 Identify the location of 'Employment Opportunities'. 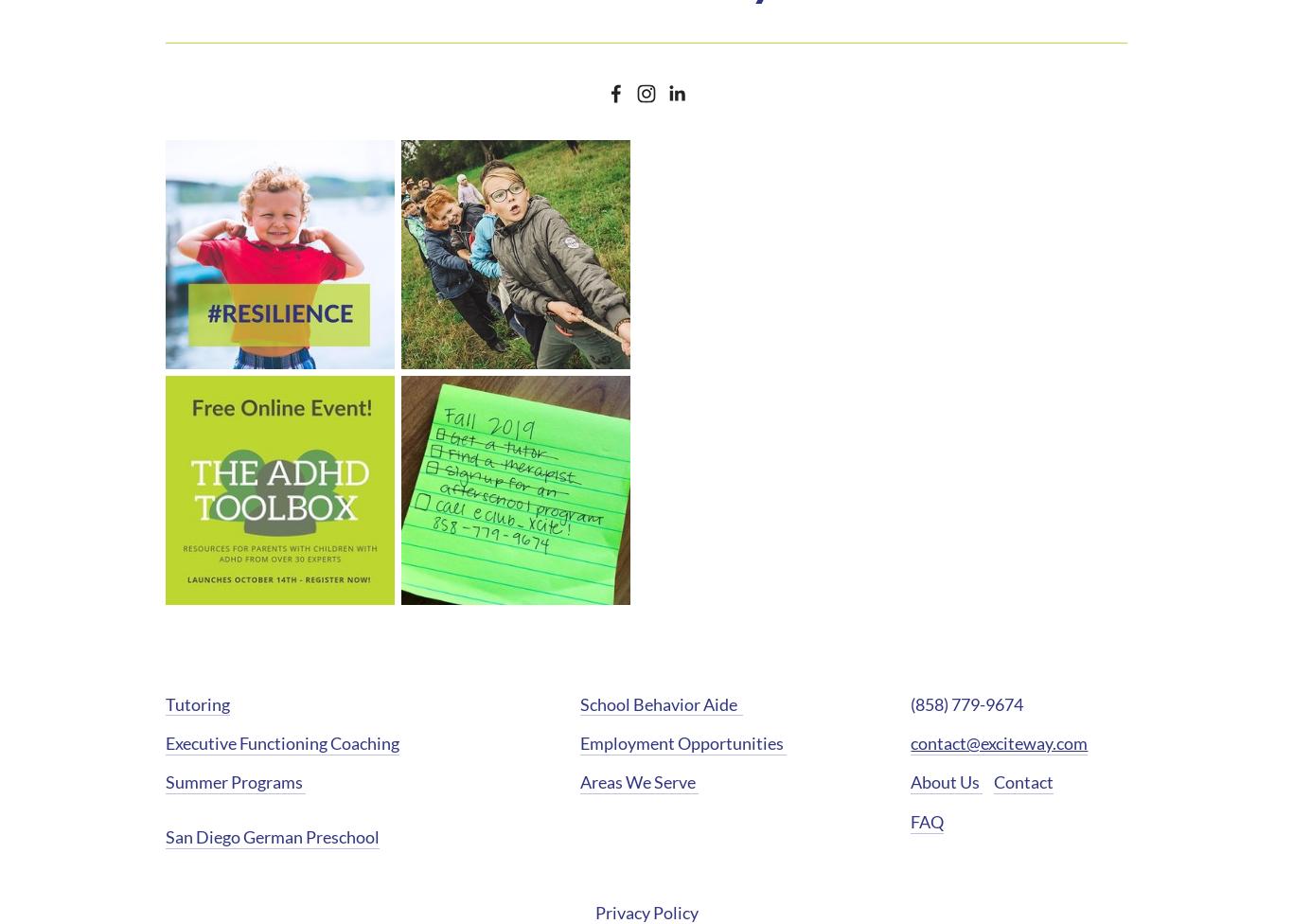
(682, 742).